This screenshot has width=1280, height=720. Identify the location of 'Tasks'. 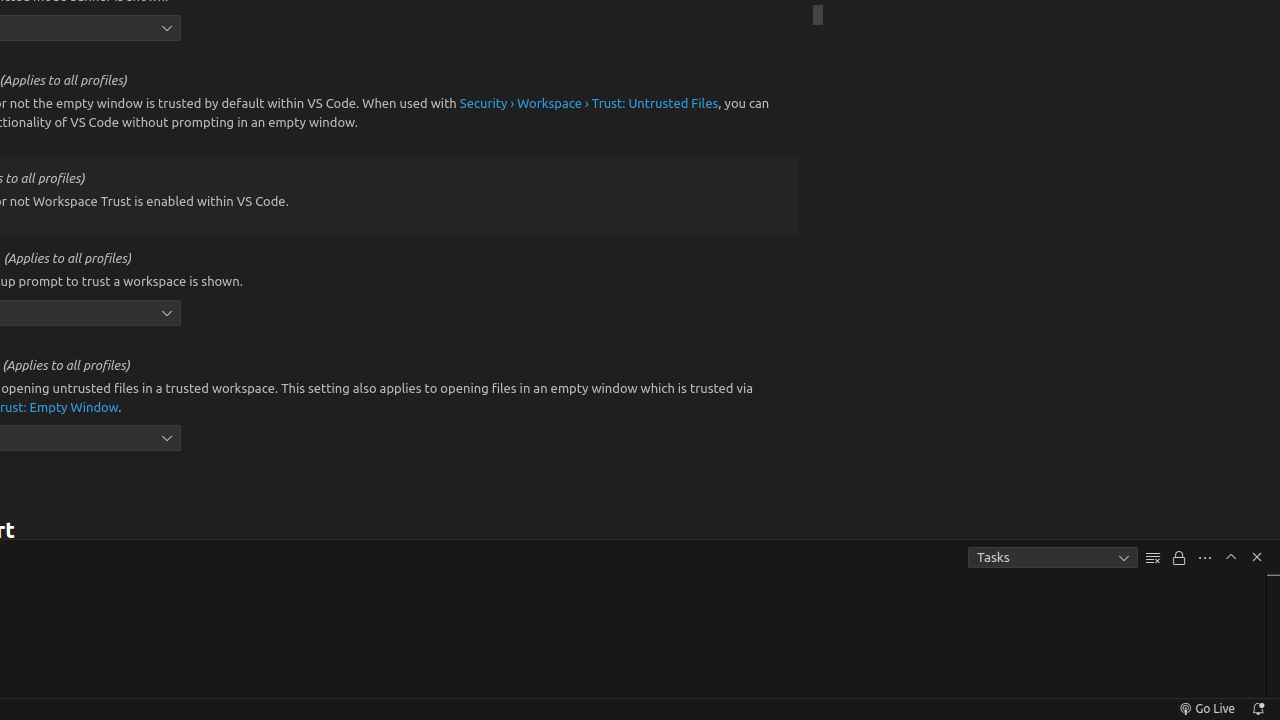
(1052, 557).